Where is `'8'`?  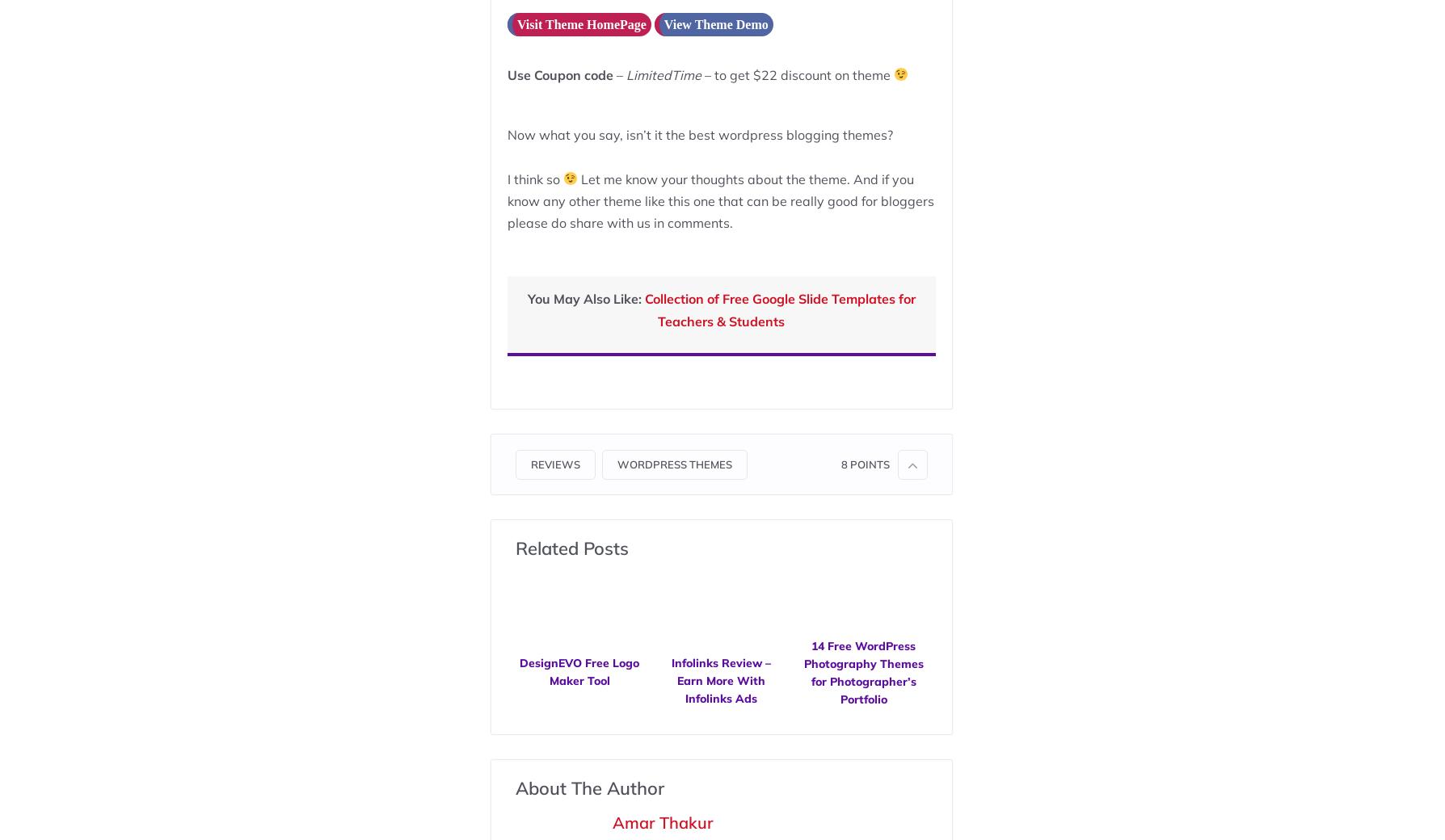 '8' is located at coordinates (840, 462).